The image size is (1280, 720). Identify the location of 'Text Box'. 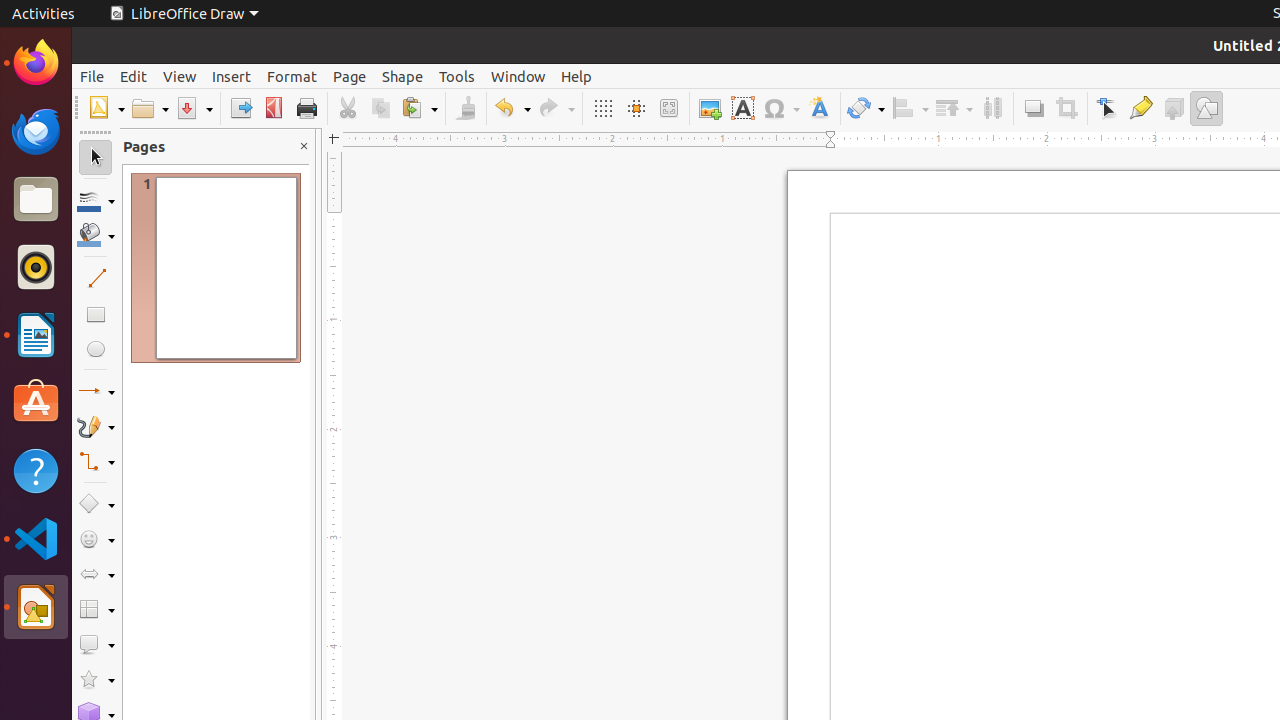
(741, 108).